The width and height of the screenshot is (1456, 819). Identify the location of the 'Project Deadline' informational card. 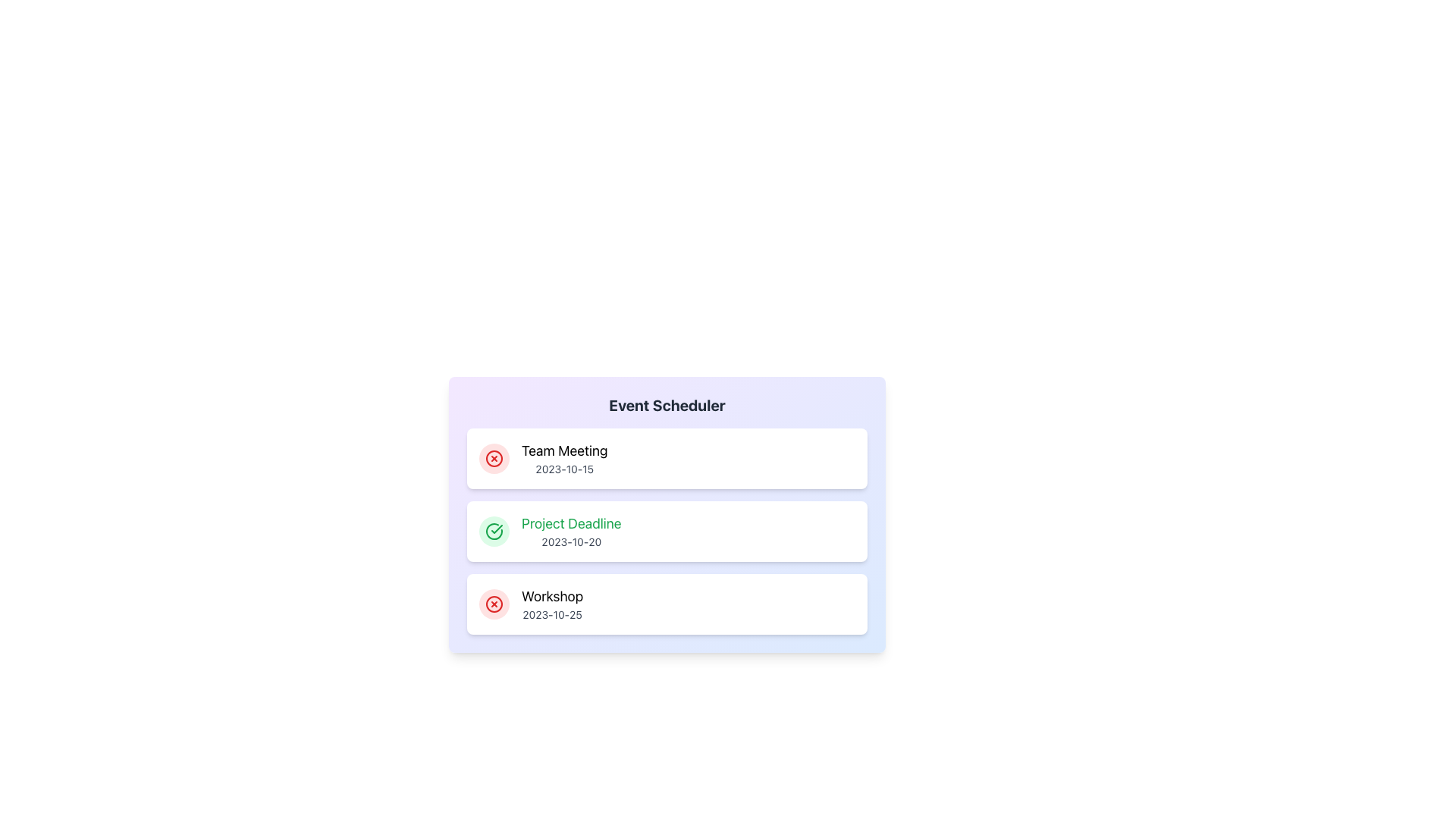
(667, 531).